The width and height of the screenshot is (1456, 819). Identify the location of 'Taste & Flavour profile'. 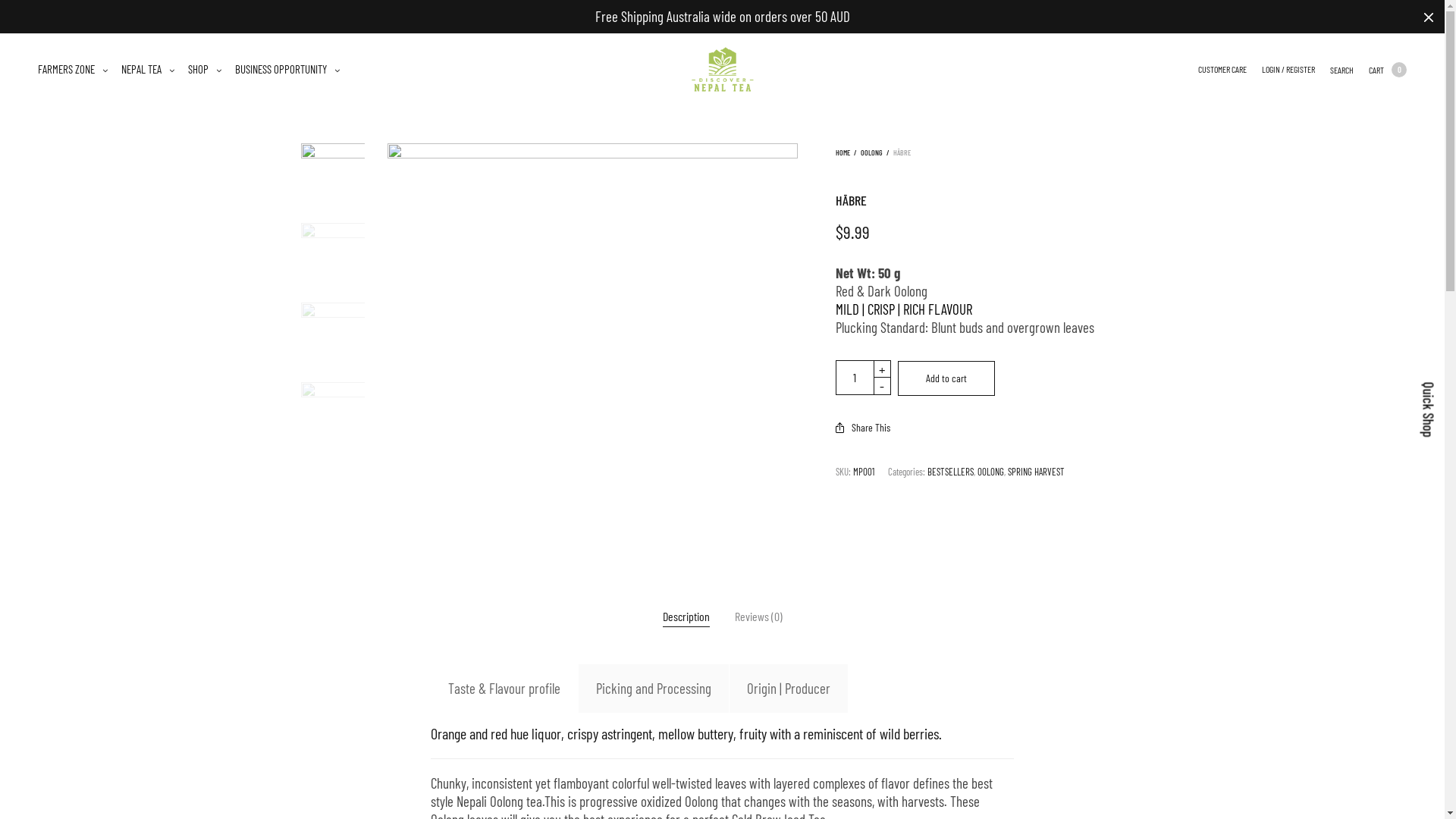
(429, 688).